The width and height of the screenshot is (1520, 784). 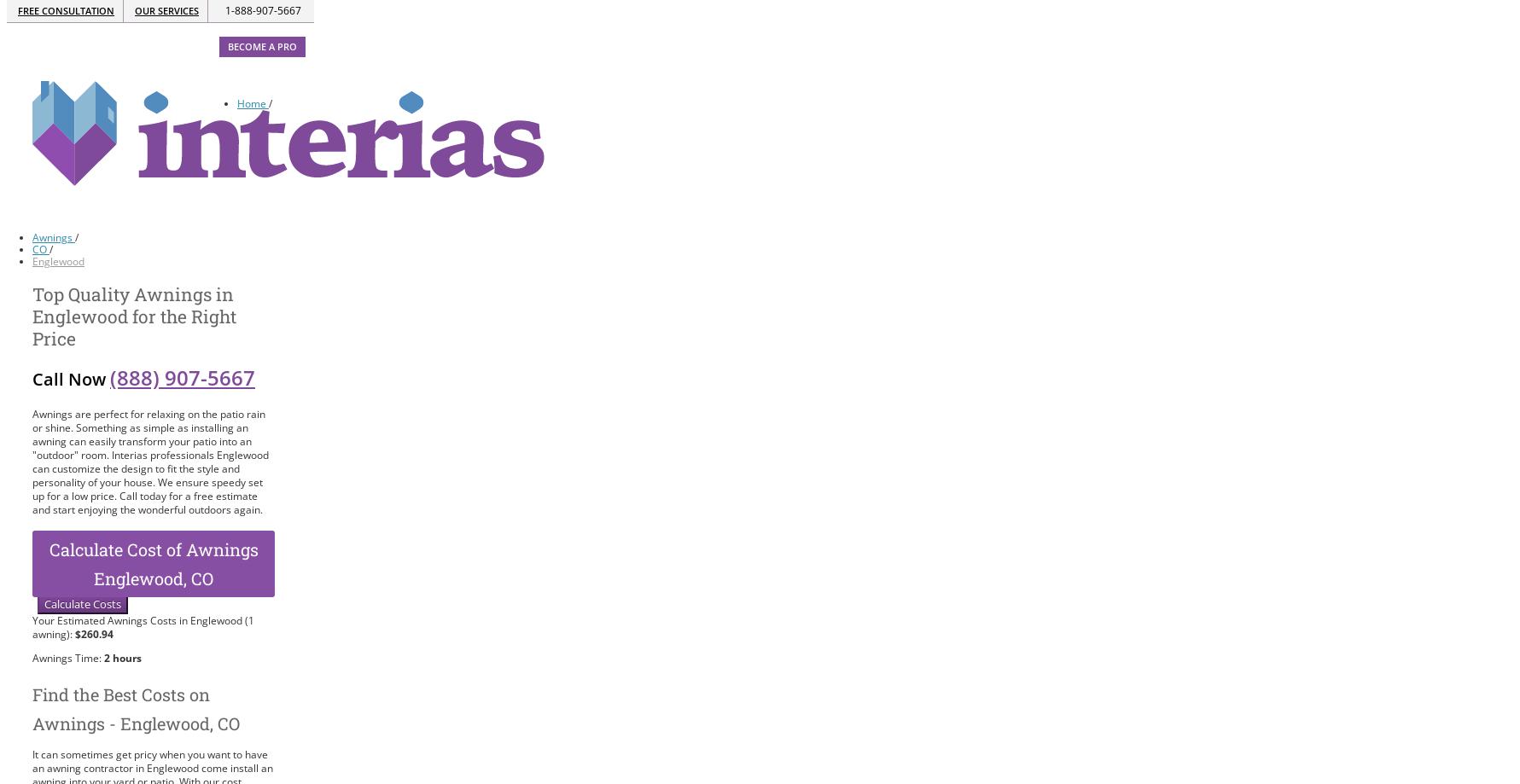 What do you see at coordinates (150, 461) in the screenshot?
I see `'Awnings are perfect for relaxing on the patio rain or shine. Something as simple as installing an awning can easily transform your patio into an "outdoor" room. Interias professionals Englewood can customize the design to fit the style and personality of your house. We ensure speedy set up for a low price. Call today for a free estimate and start enjoying the wonderful outdoors again.'` at bounding box center [150, 461].